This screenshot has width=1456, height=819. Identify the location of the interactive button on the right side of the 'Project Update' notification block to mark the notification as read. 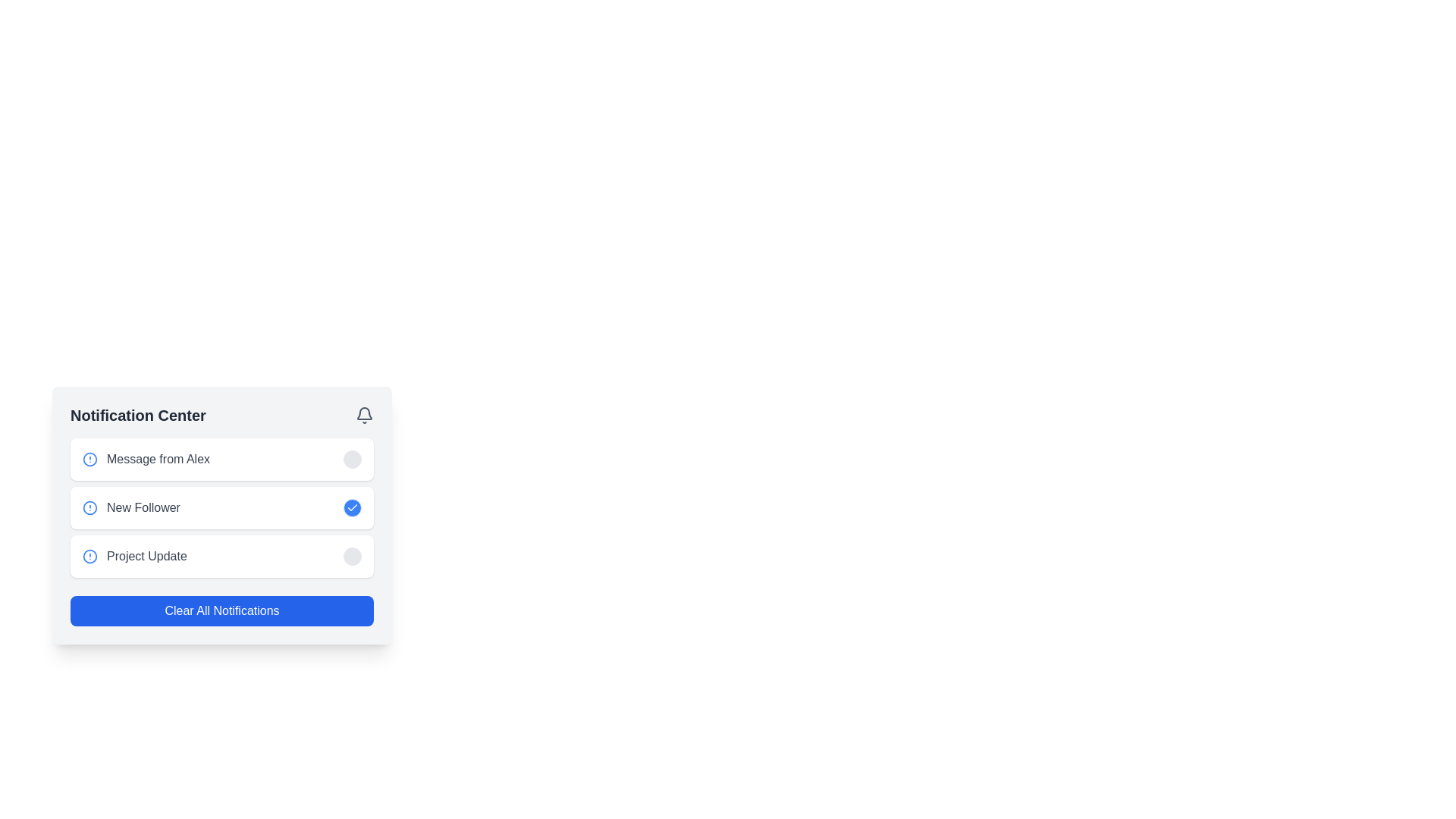
(352, 556).